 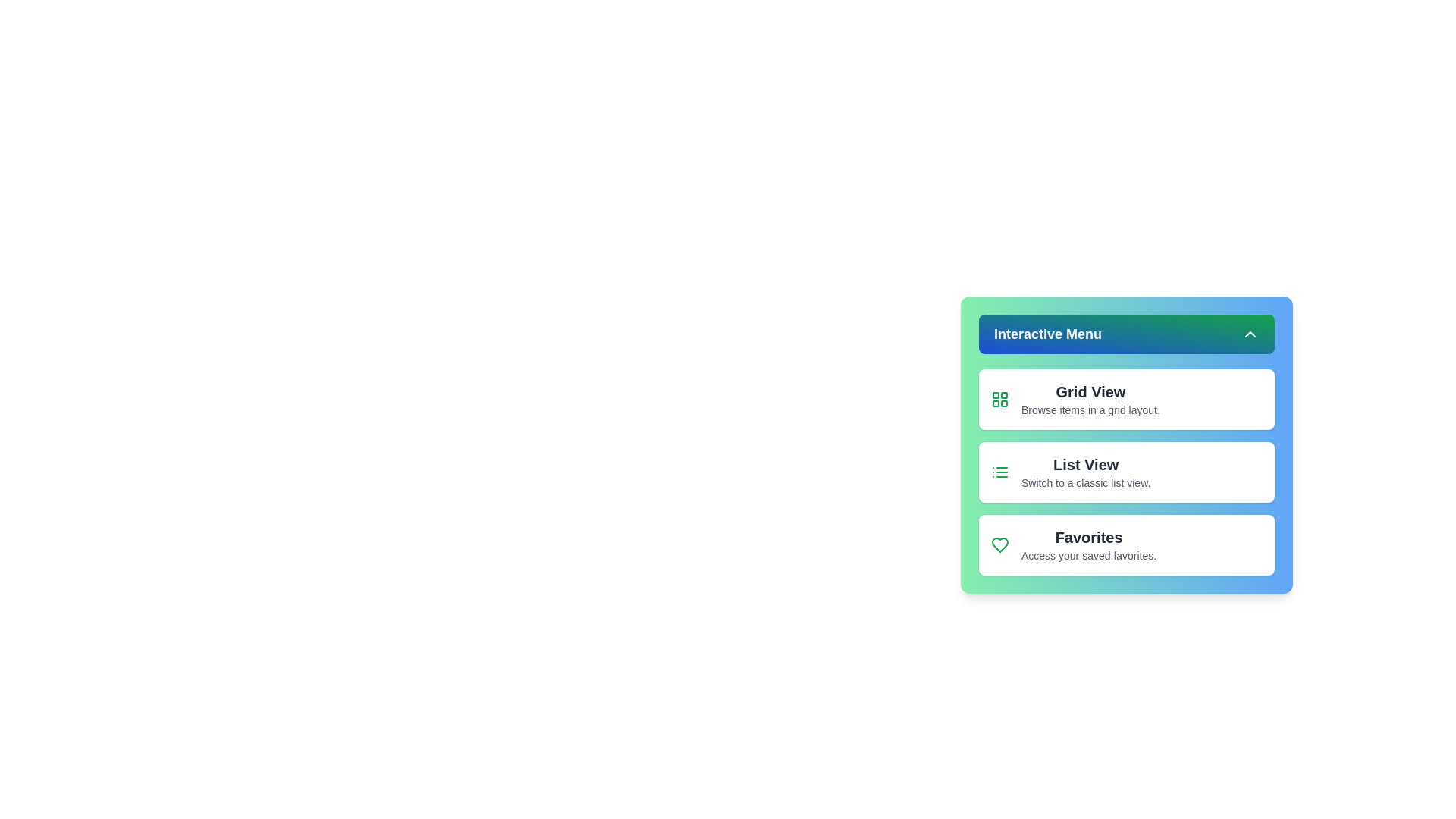 What do you see at coordinates (1127, 399) in the screenshot?
I see `the 'Grid View' button to select the grid view option` at bounding box center [1127, 399].